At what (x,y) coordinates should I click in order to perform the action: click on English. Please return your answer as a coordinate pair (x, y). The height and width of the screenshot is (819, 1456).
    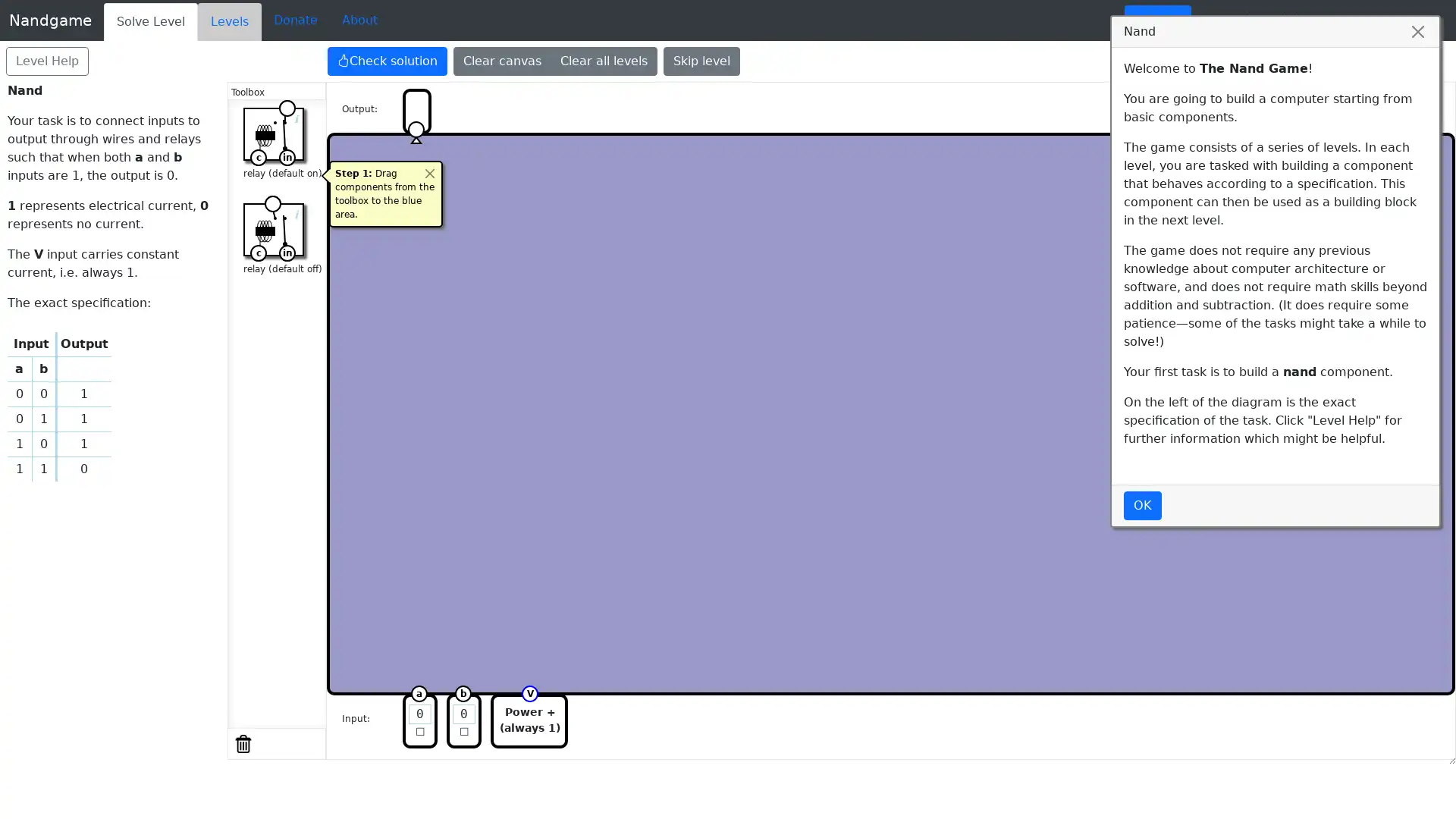
    Looking at the image, I should click on (1156, 20).